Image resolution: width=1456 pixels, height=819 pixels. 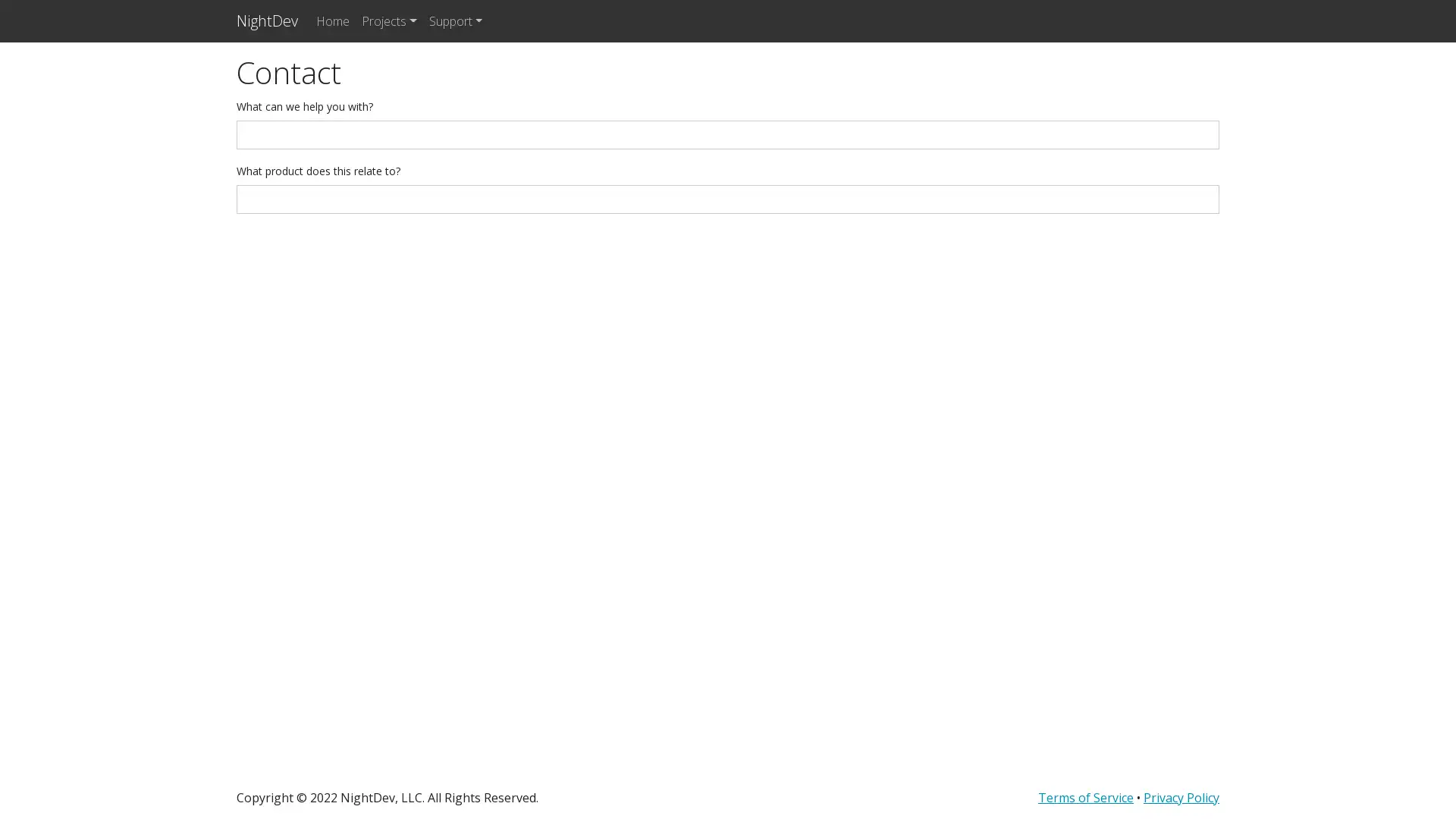 I want to click on Projects, so click(x=389, y=20).